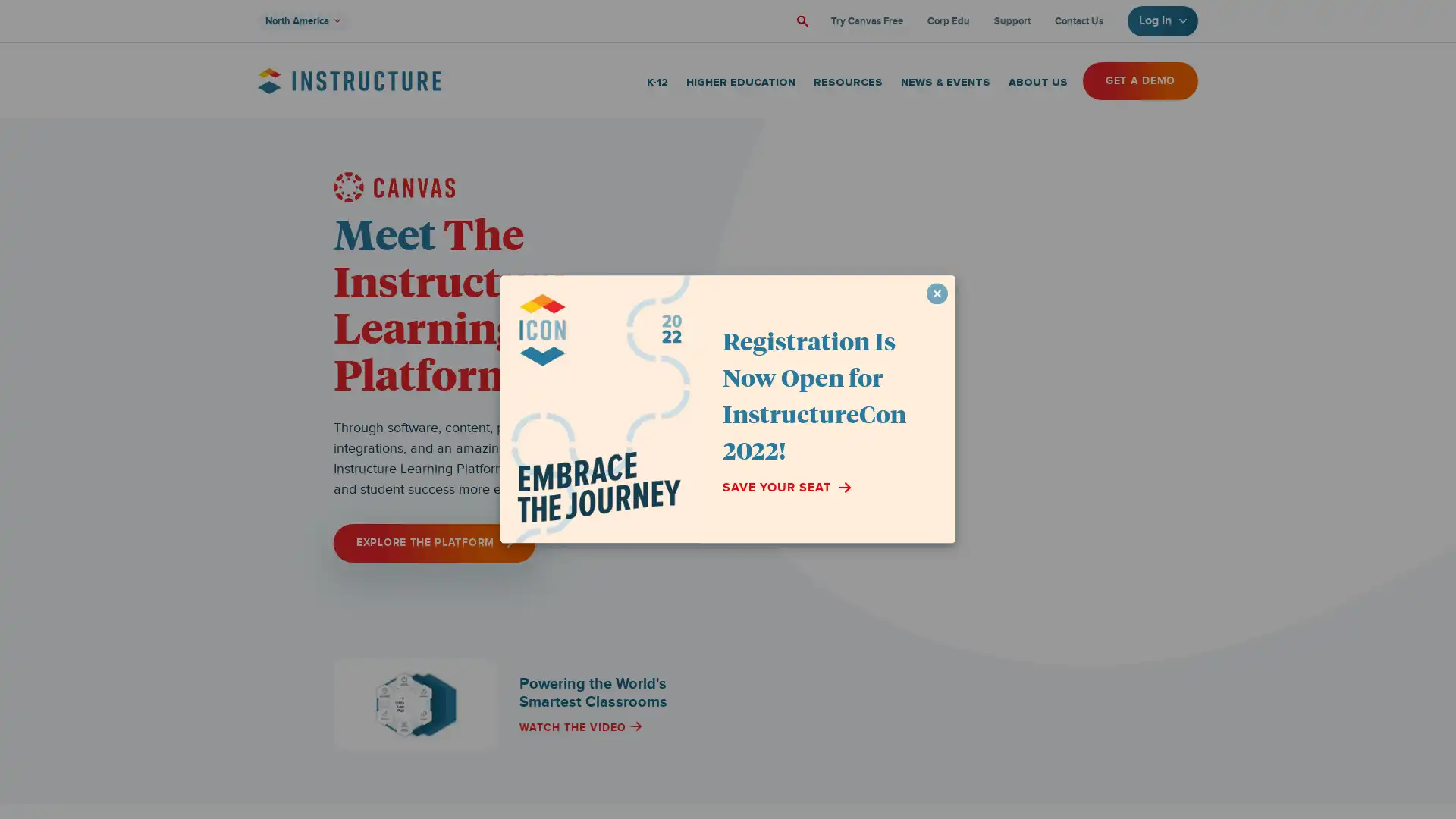 Image resolution: width=1456 pixels, height=819 pixels. I want to click on Cookies Settings, so click(154, 760).